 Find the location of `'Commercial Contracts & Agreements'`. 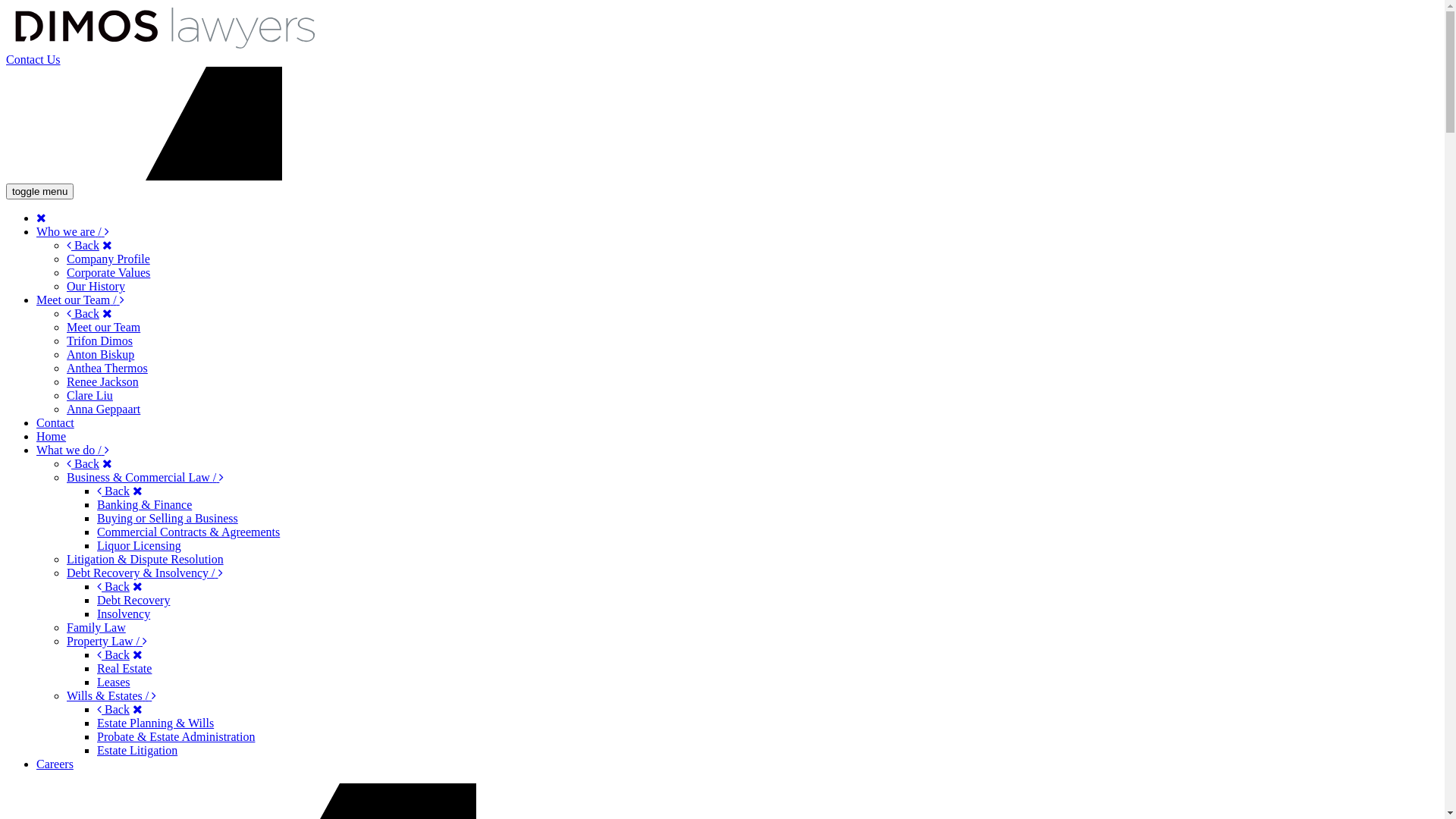

'Commercial Contracts & Agreements' is located at coordinates (187, 531).